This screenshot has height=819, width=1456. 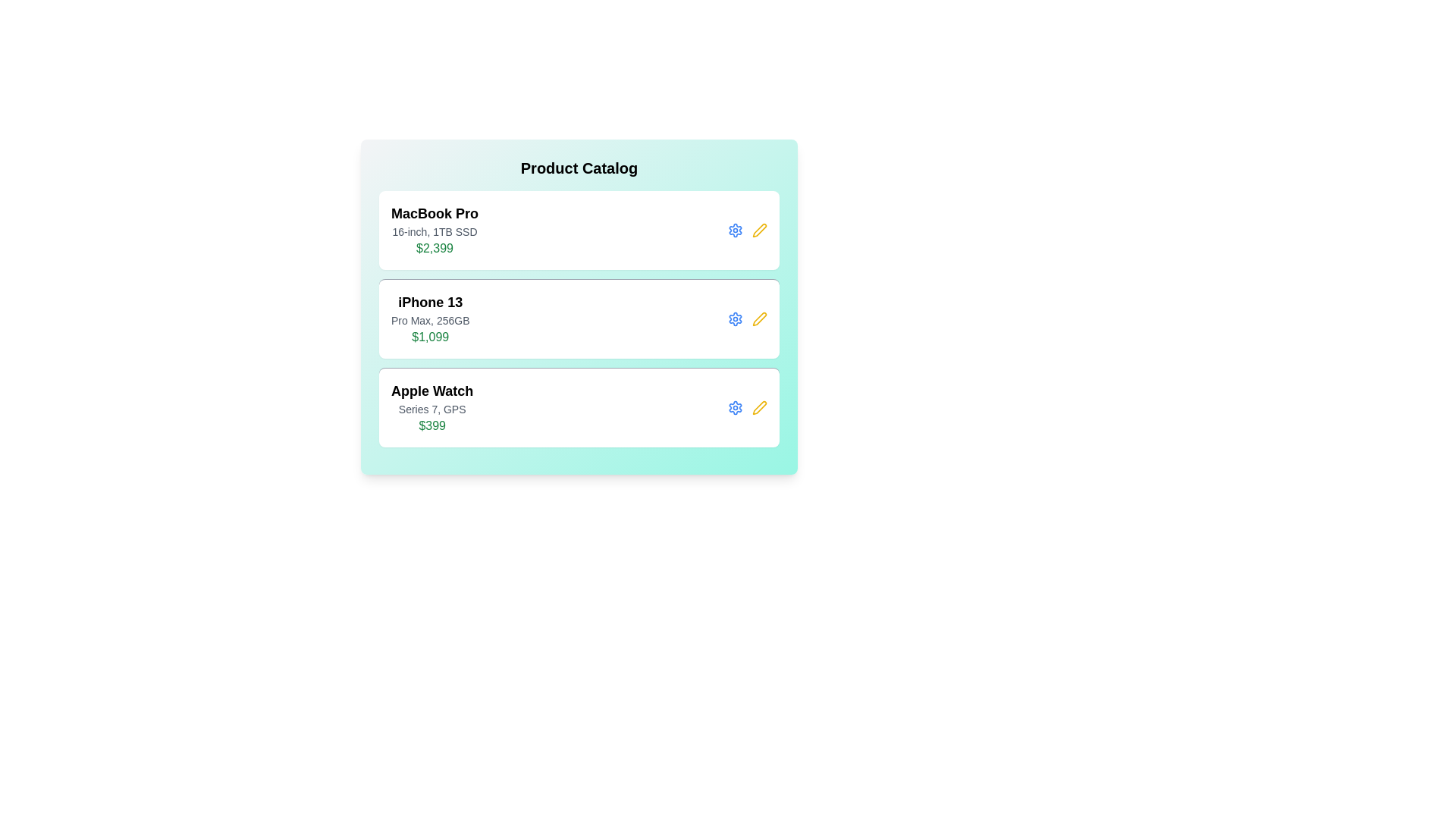 What do you see at coordinates (735, 231) in the screenshot?
I see `the settings icon for the product MacBook Pro` at bounding box center [735, 231].